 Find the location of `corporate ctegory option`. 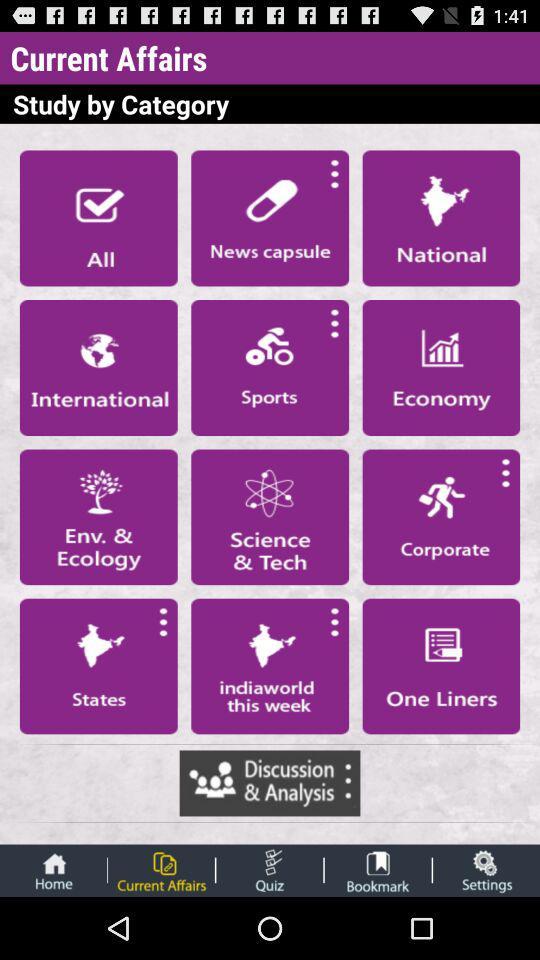

corporate ctegory option is located at coordinates (441, 516).